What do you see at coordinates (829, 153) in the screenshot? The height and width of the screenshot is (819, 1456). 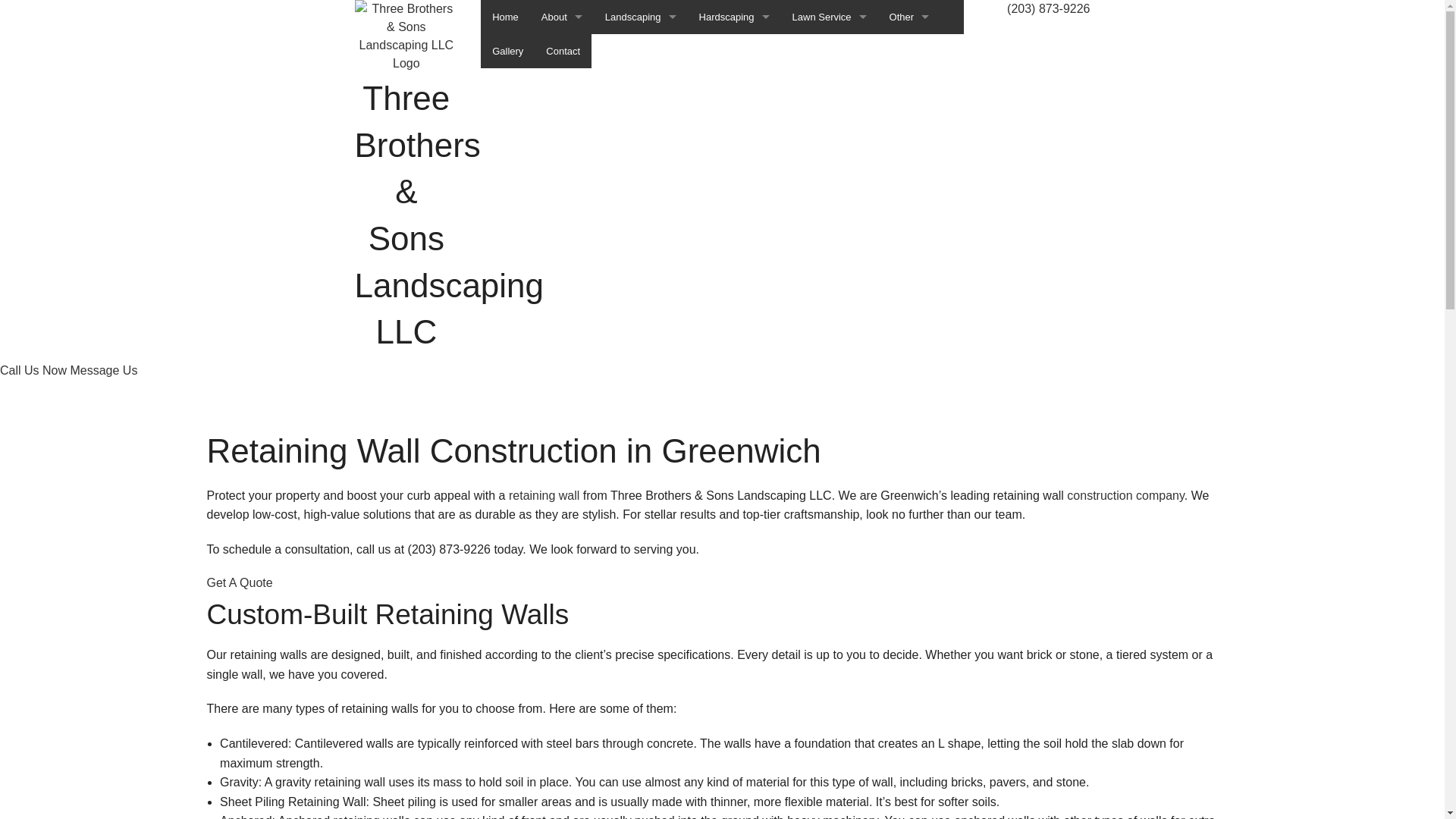 I see `'Lawn Mowing Services'` at bounding box center [829, 153].